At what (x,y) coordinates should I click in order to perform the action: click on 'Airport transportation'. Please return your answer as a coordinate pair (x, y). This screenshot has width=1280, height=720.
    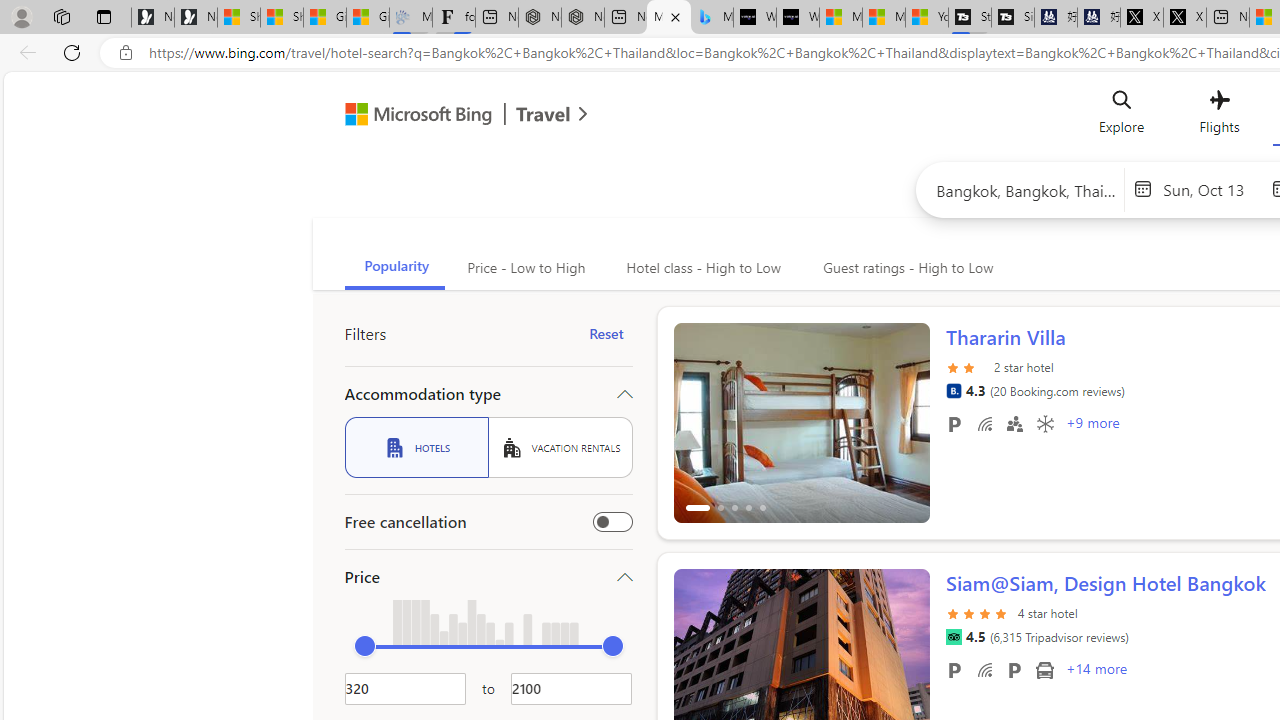
    Looking at the image, I should click on (1043, 669).